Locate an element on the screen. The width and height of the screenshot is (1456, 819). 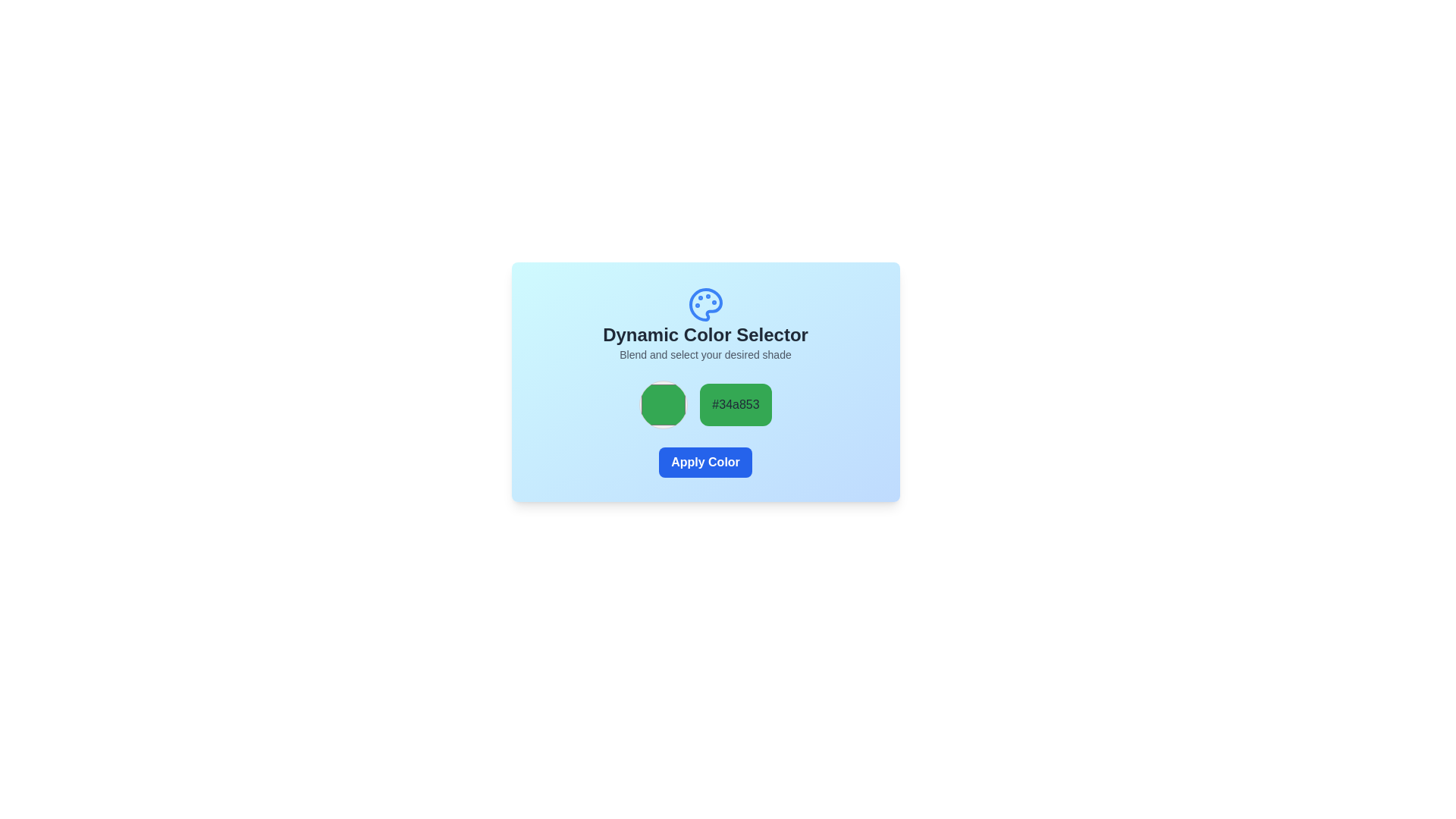
the button at the bottom of the color selection card to apply the currently selected color is located at coordinates (704, 461).